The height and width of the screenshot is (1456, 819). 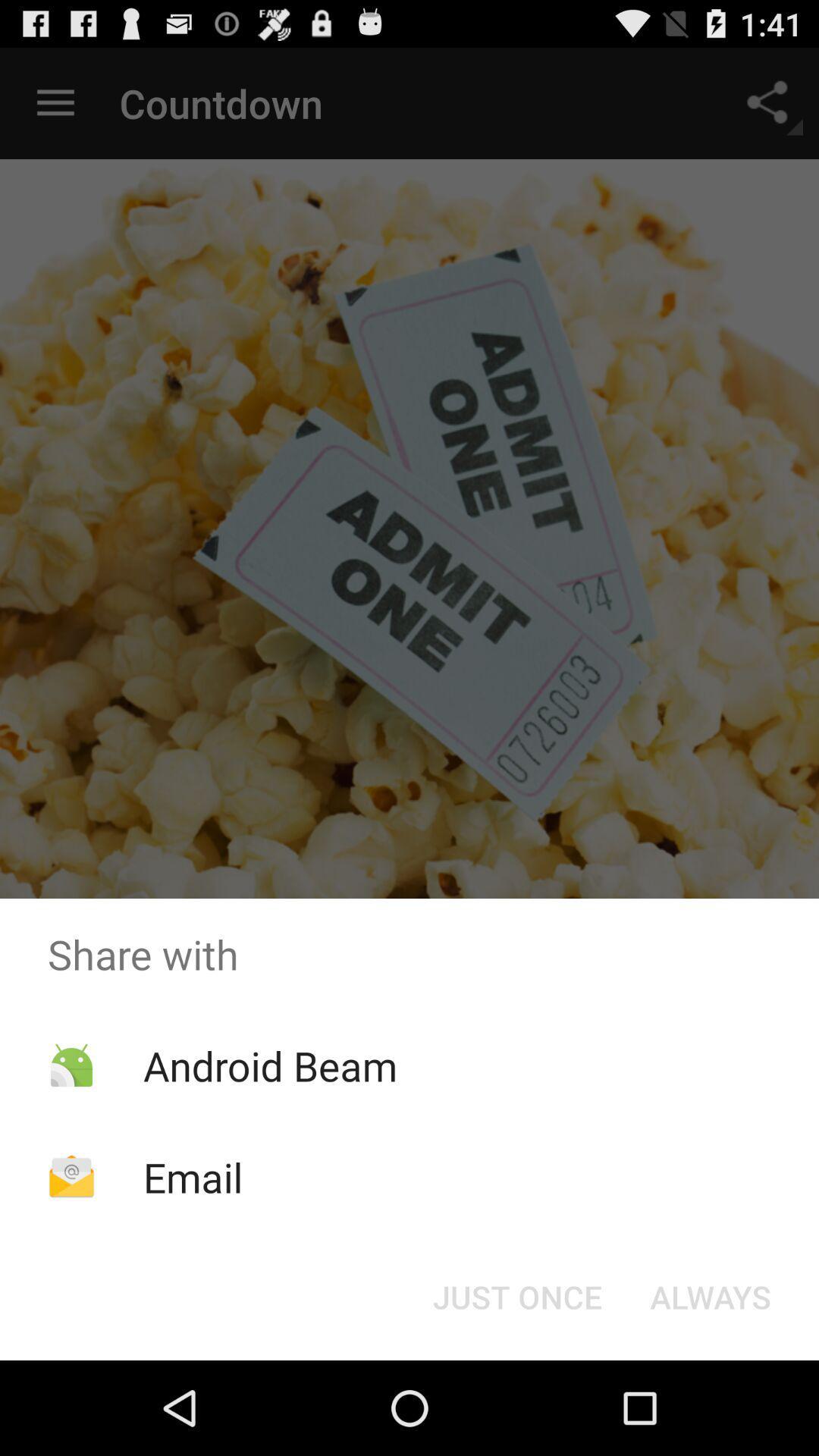 What do you see at coordinates (711, 1295) in the screenshot?
I see `the button next to just once button` at bounding box center [711, 1295].